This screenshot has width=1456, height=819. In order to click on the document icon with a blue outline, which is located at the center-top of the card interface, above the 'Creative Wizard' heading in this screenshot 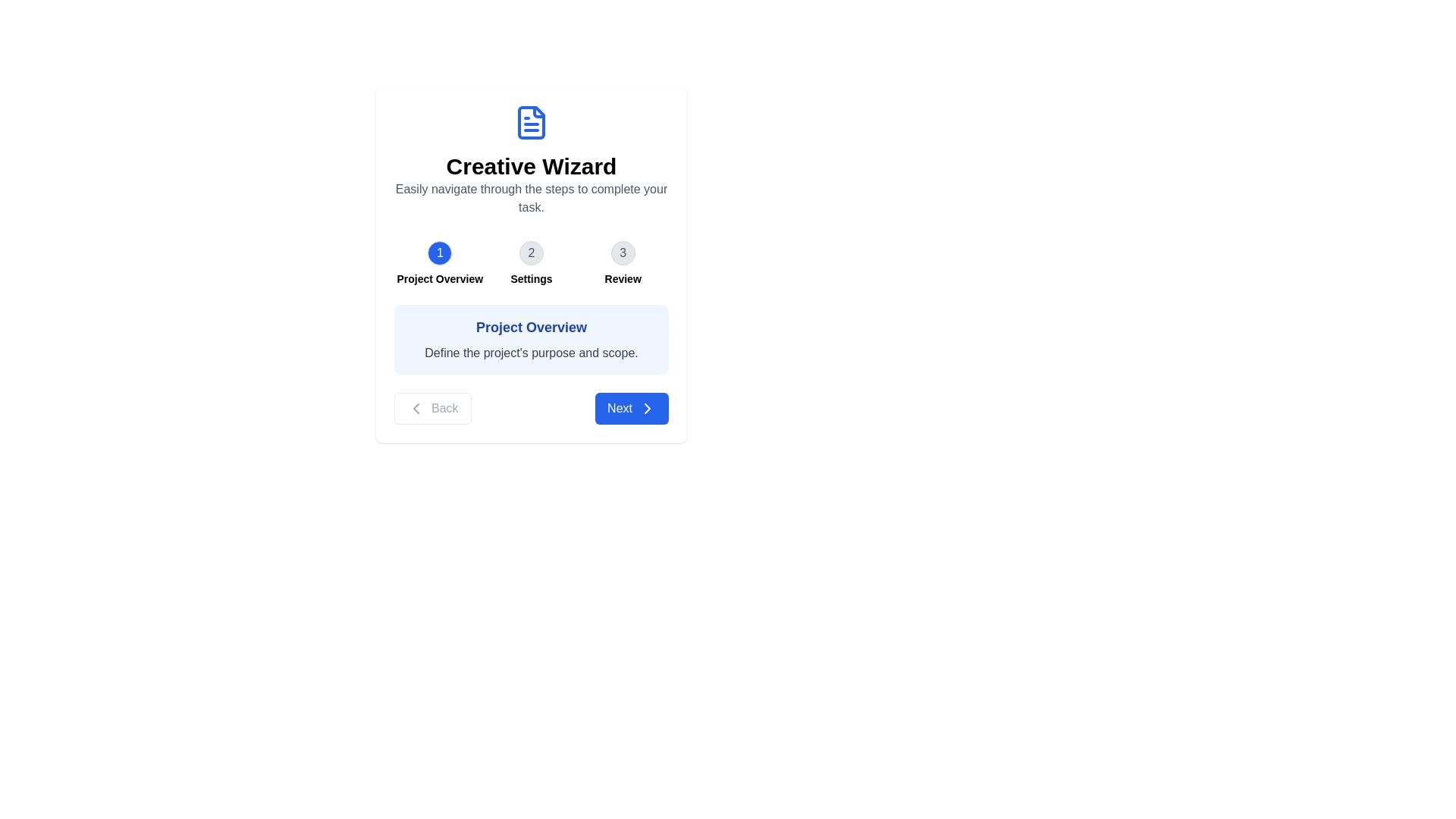, I will do `click(531, 122)`.